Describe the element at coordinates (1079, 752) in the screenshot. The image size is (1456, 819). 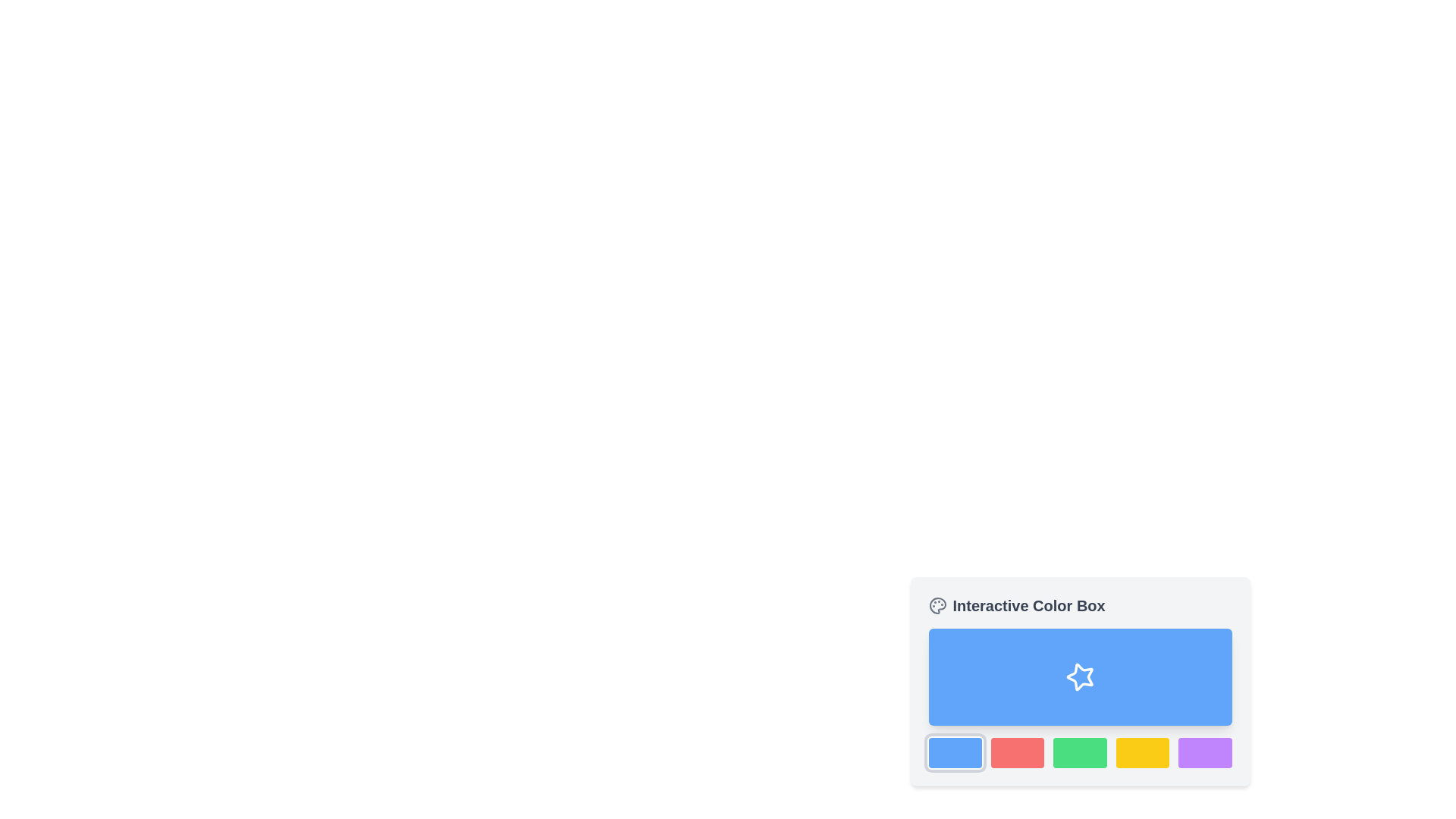
I see `keyboard navigation` at that location.